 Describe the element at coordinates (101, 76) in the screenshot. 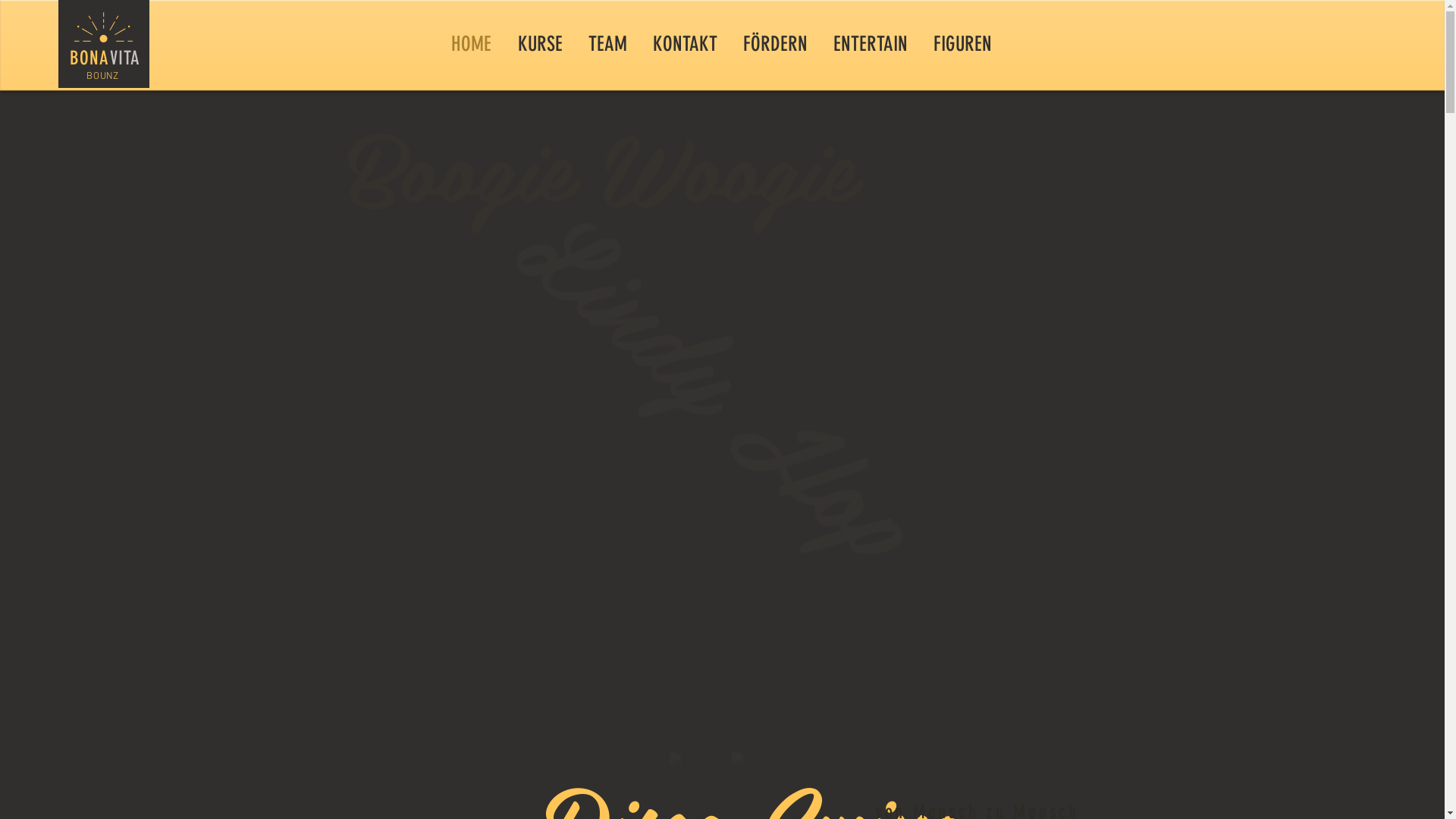

I see `'BOUNZ'` at that location.